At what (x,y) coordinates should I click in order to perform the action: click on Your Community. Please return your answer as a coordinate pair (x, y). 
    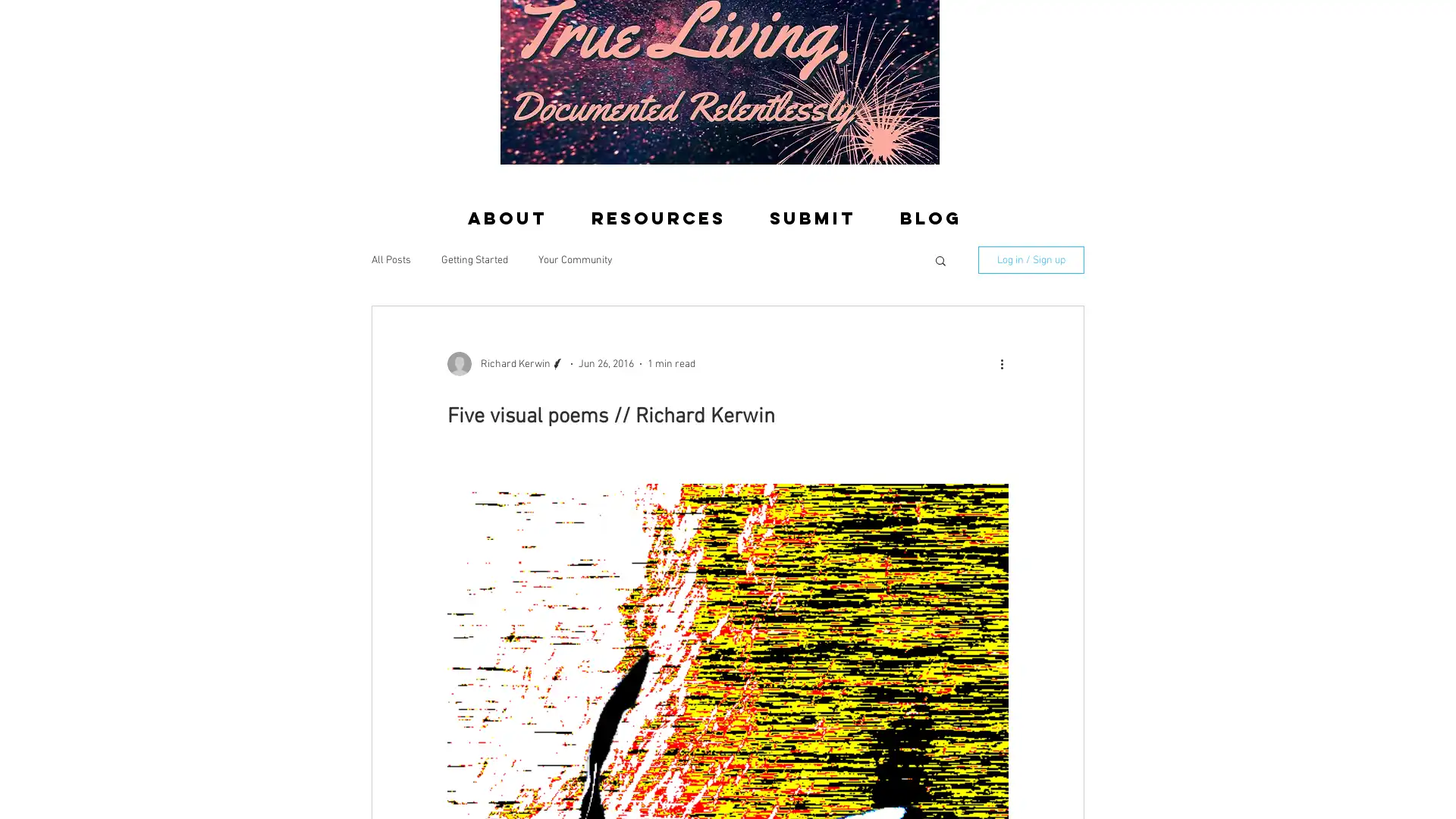
    Looking at the image, I should click on (574, 259).